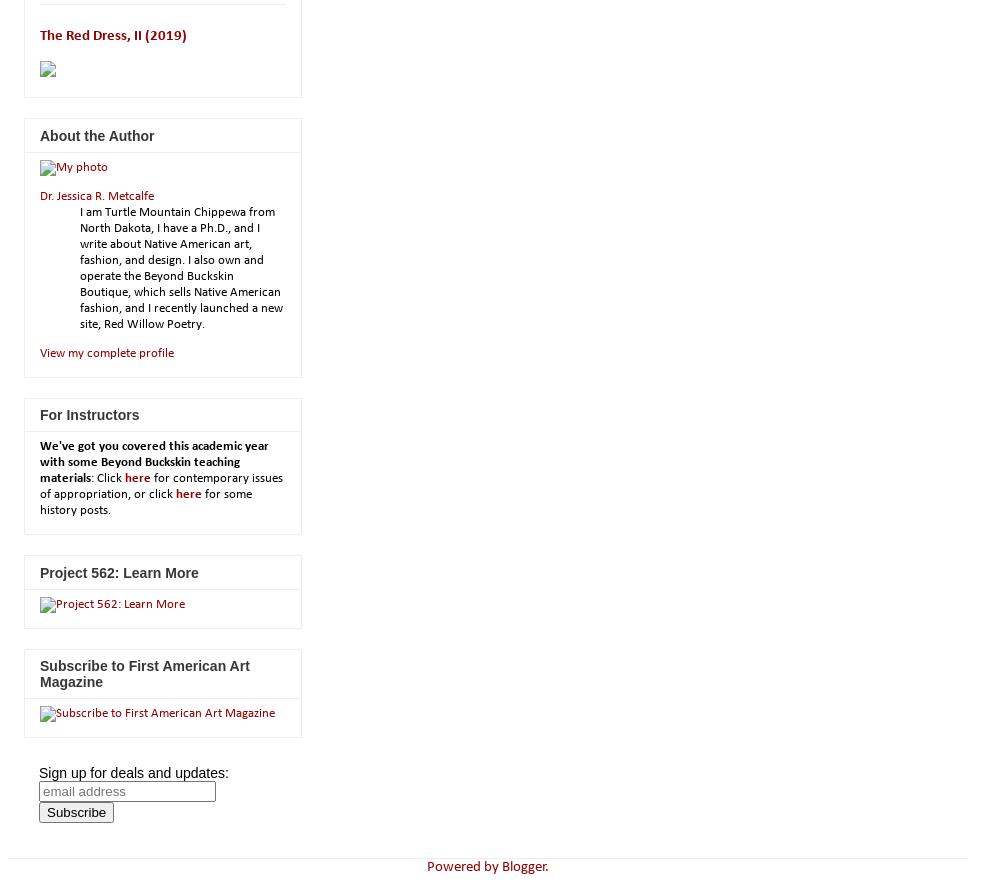  What do you see at coordinates (96, 194) in the screenshot?
I see `'Dr. Jessica R. Metcalfe'` at bounding box center [96, 194].